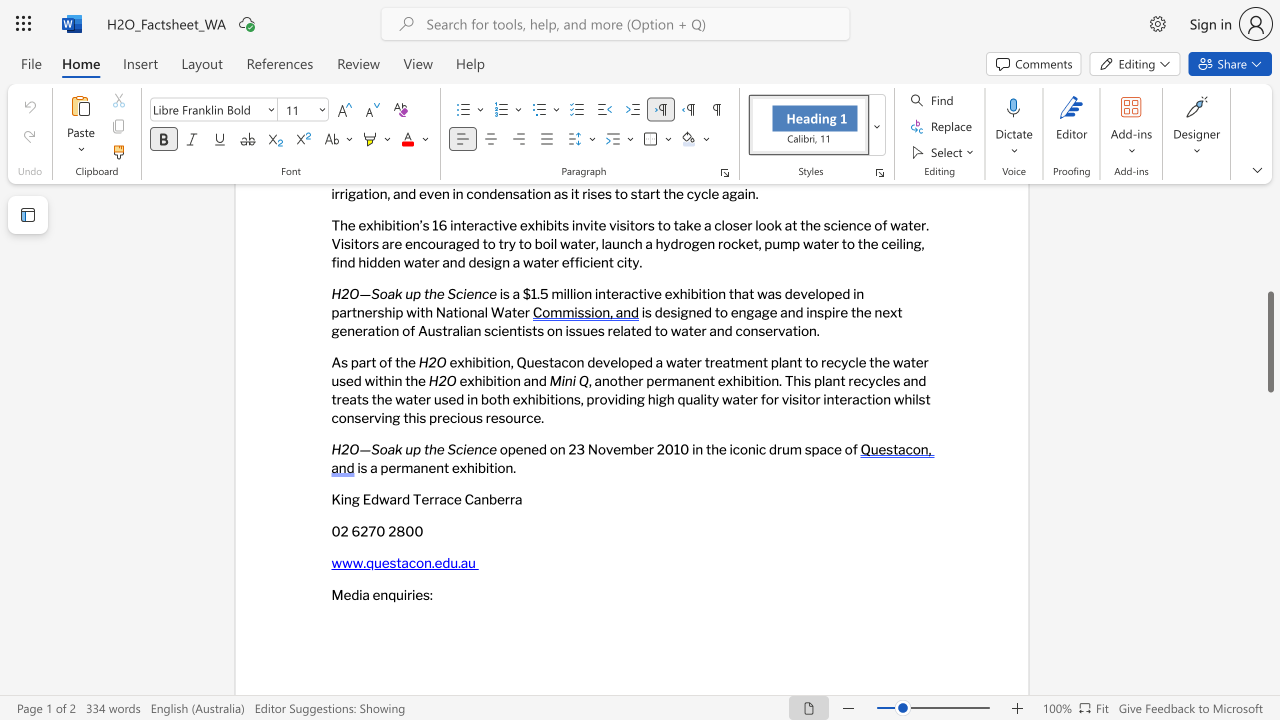 This screenshot has height=720, width=1280. What do you see at coordinates (1269, 341) in the screenshot?
I see `the scrollbar and move up 170 pixels` at bounding box center [1269, 341].